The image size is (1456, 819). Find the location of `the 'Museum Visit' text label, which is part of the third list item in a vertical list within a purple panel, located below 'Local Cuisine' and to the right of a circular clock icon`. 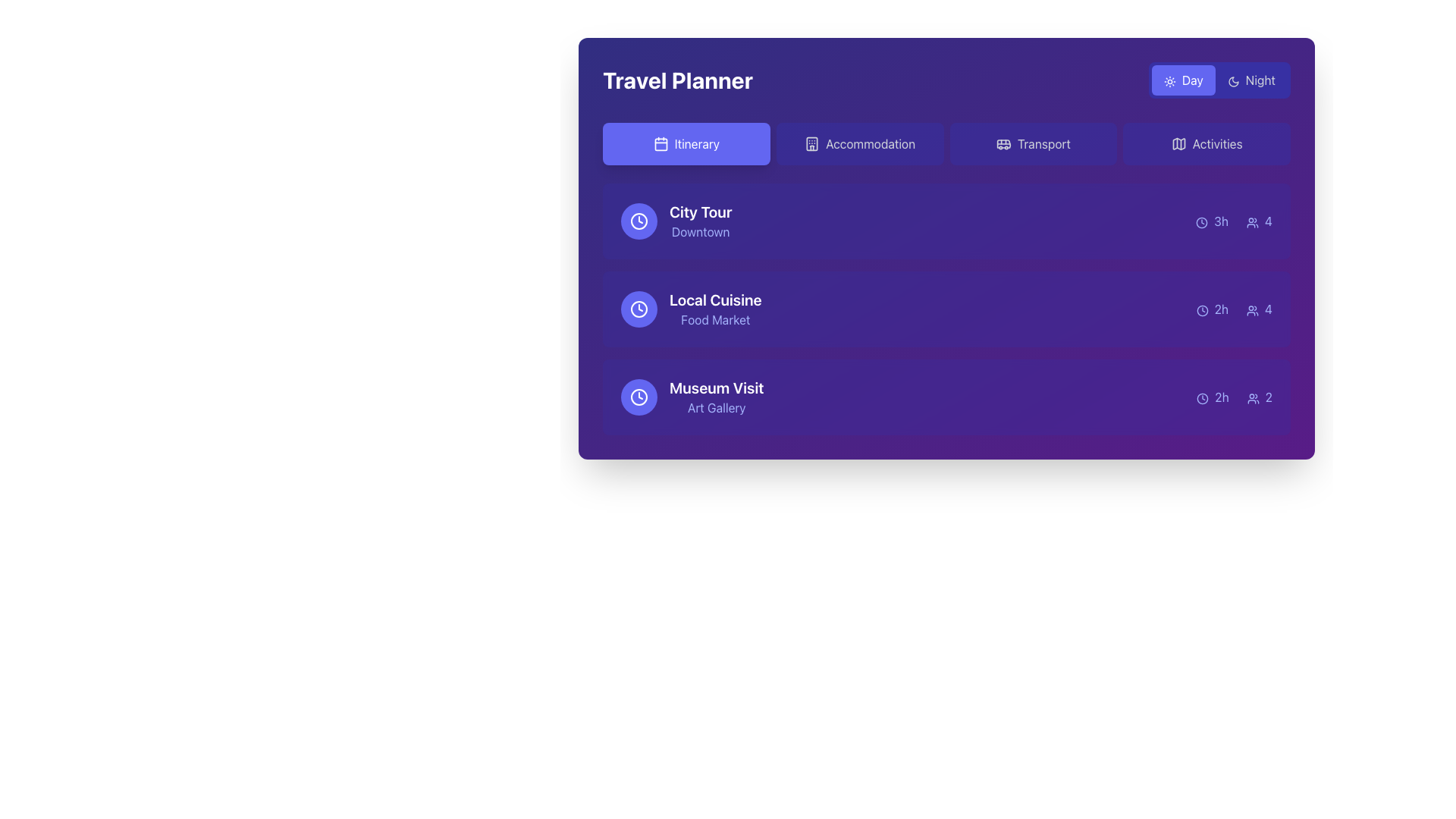

the 'Museum Visit' text label, which is part of the third list item in a vertical list within a purple panel, located below 'Local Cuisine' and to the right of a circular clock icon is located at coordinates (716, 397).